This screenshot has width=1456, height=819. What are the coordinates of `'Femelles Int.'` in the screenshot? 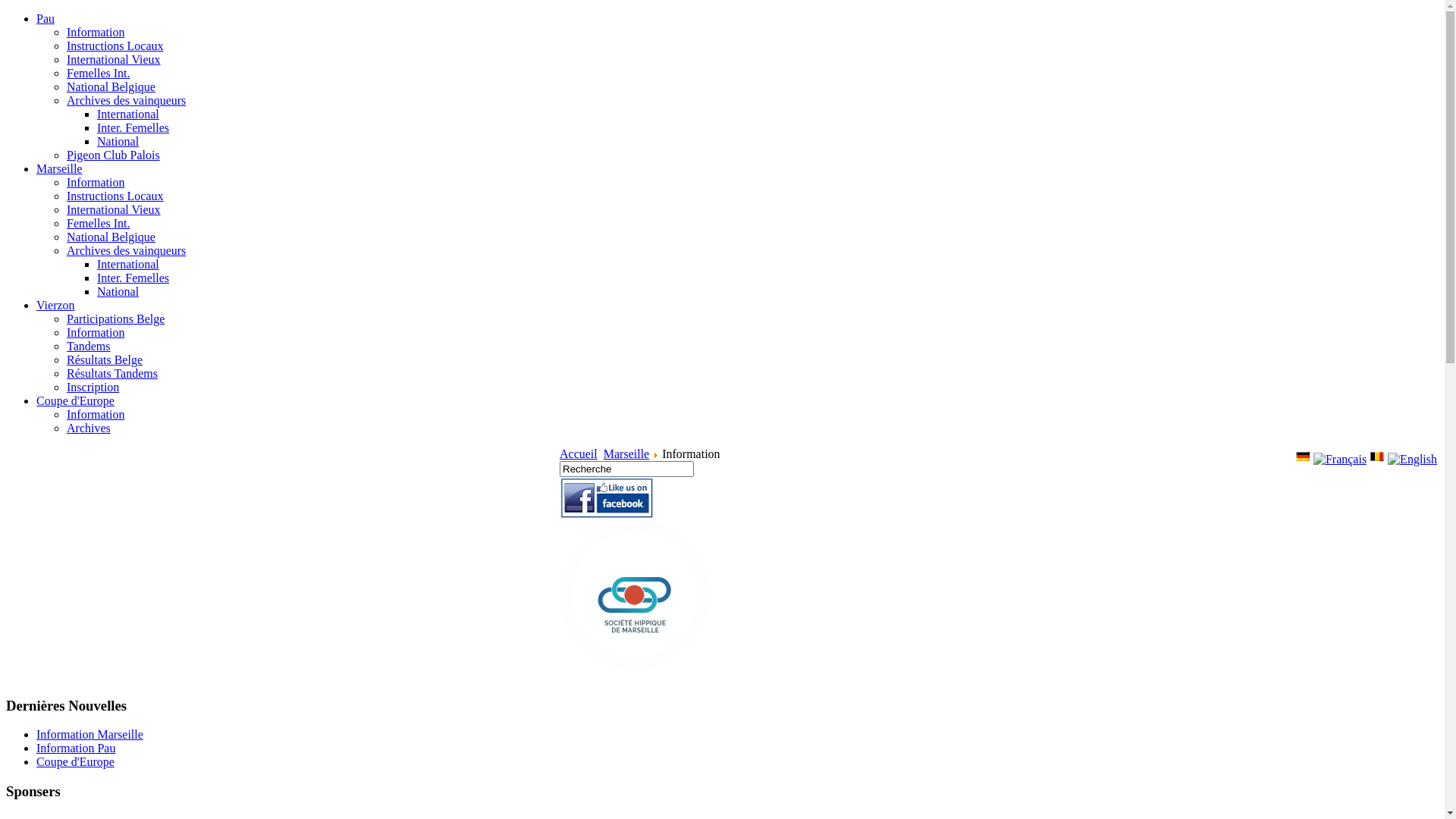 It's located at (97, 73).